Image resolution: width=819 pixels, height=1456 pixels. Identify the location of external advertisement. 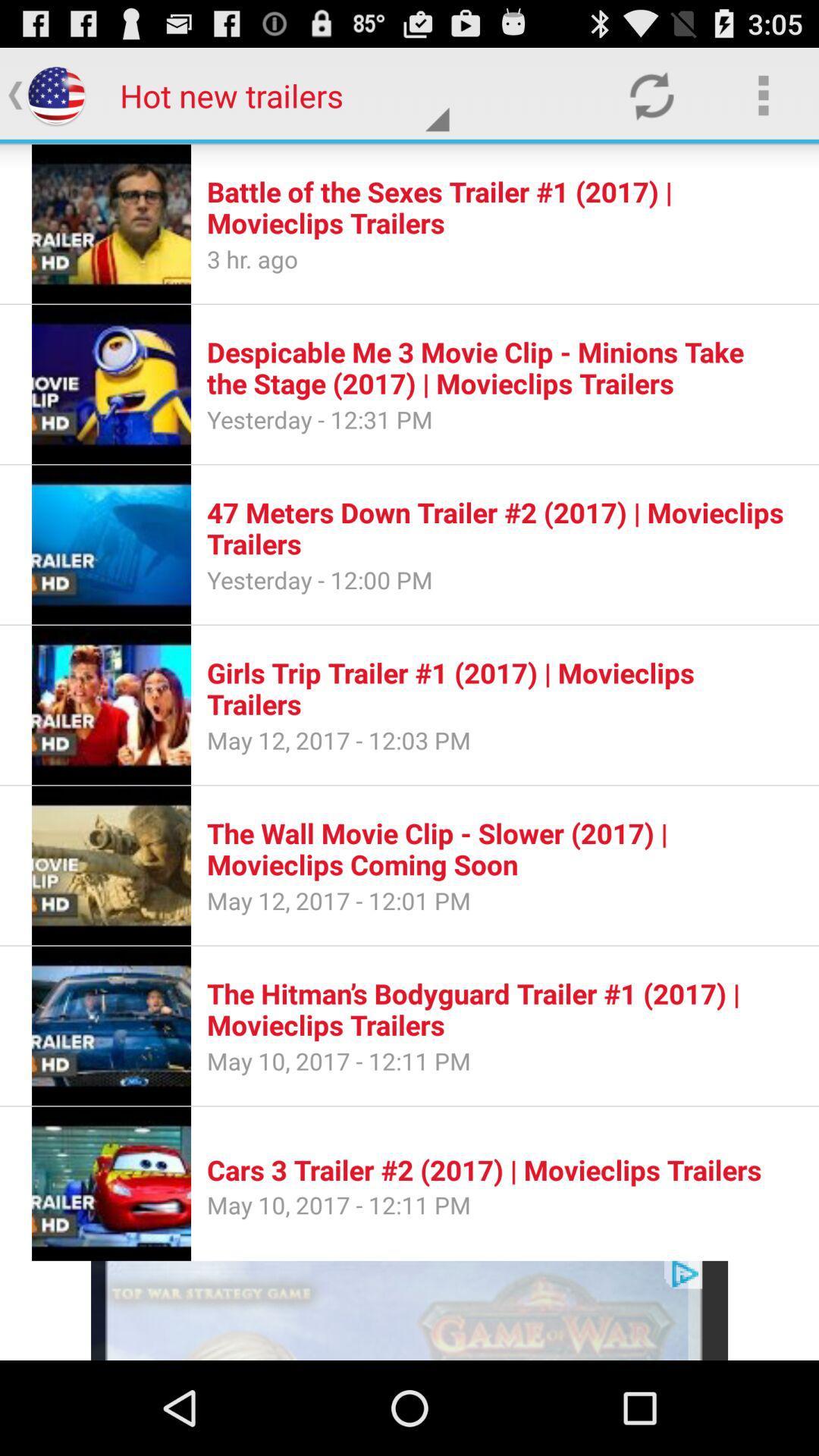
(409, 1310).